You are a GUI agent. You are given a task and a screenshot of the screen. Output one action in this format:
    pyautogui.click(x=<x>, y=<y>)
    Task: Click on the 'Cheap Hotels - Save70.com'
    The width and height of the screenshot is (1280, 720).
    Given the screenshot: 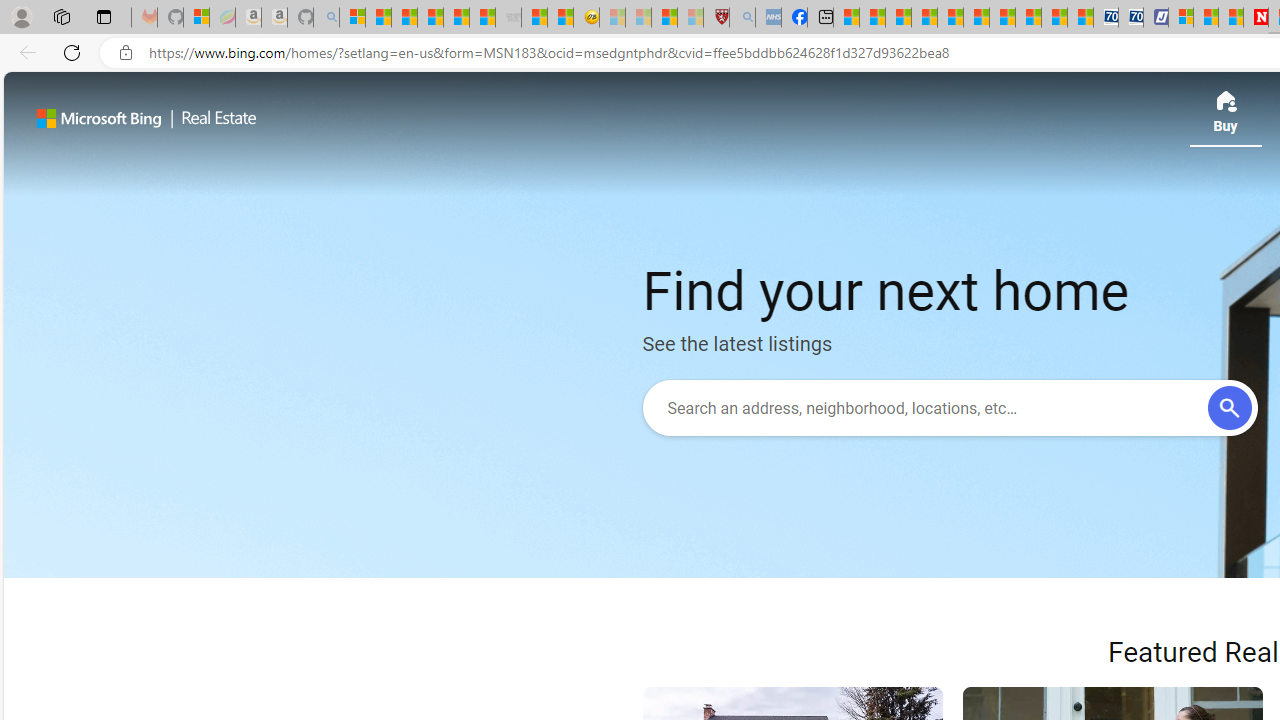 What is the action you would take?
    pyautogui.click(x=1130, y=17)
    